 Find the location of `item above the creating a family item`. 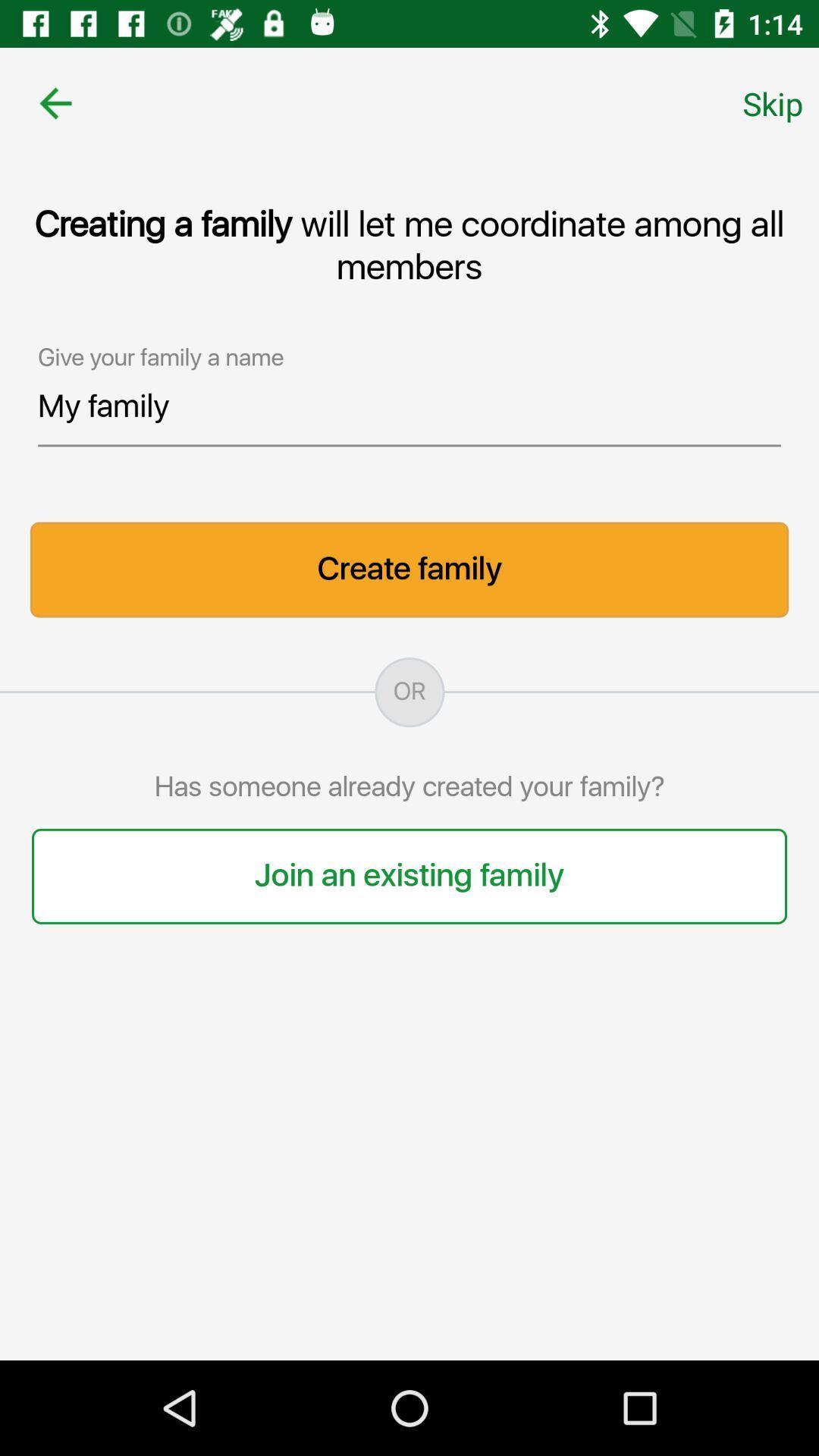

item above the creating a family item is located at coordinates (773, 102).